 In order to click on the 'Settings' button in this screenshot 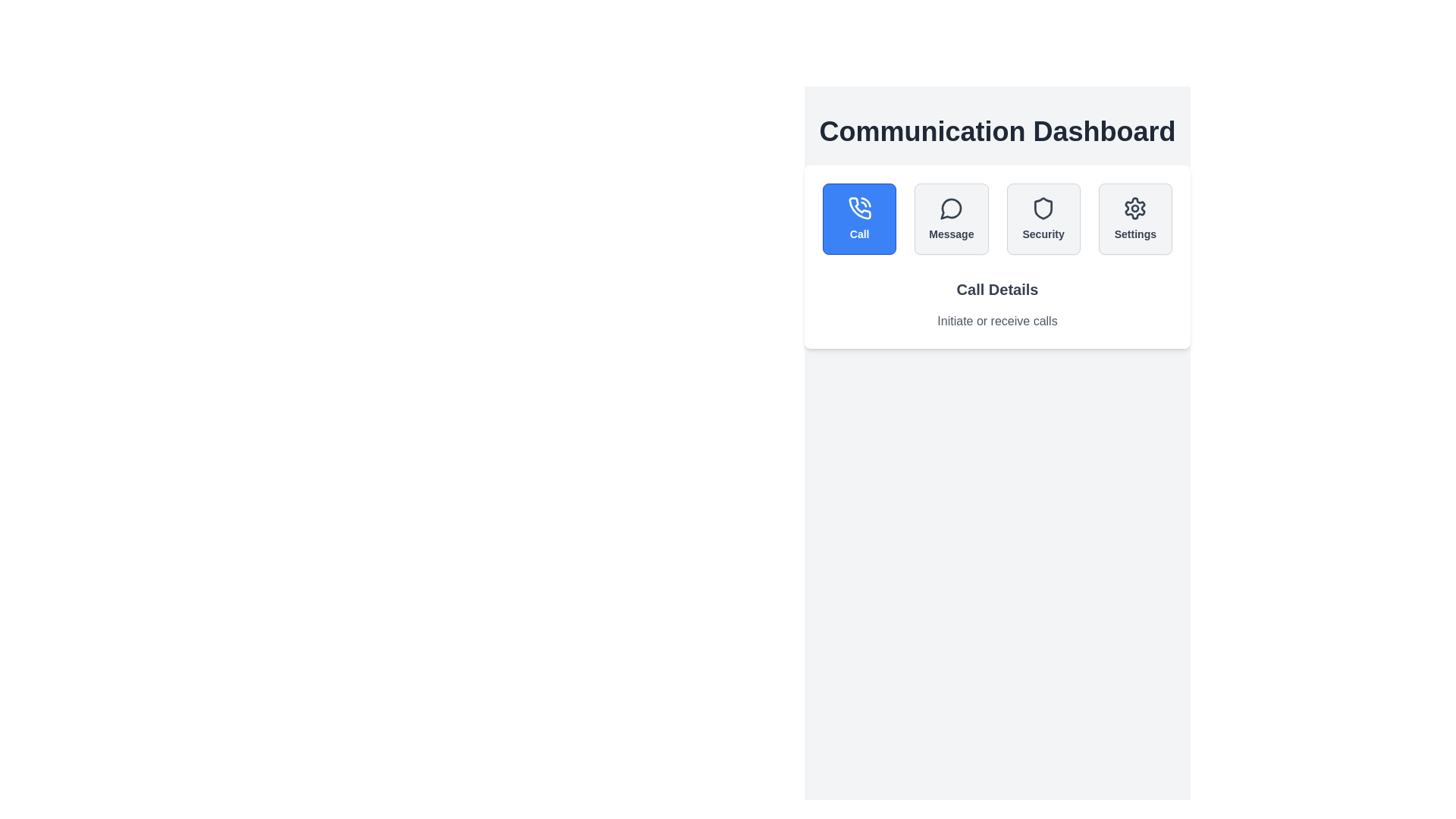, I will do `click(1135, 219)`.